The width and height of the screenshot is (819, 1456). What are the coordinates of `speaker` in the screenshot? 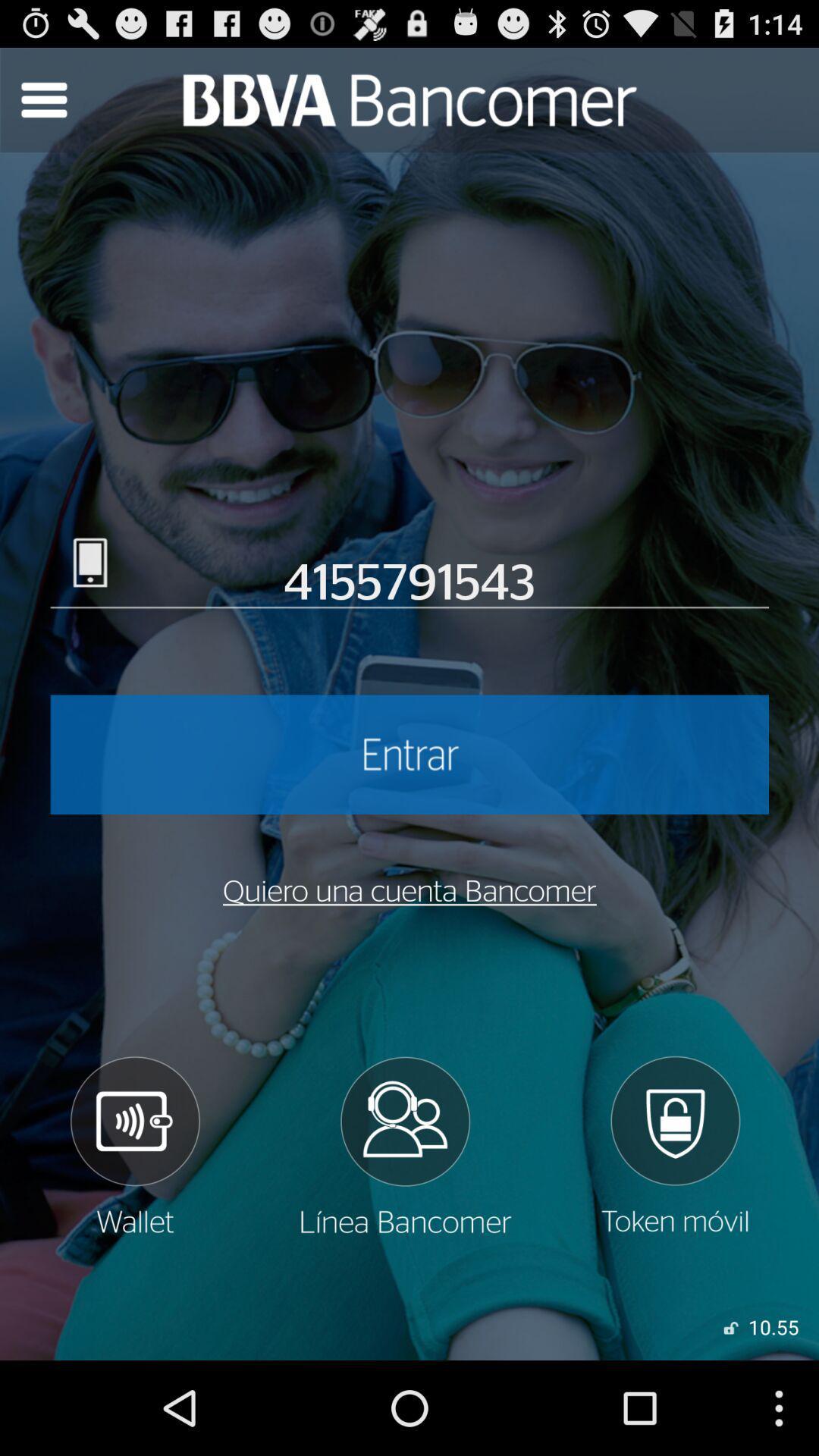 It's located at (133, 1146).